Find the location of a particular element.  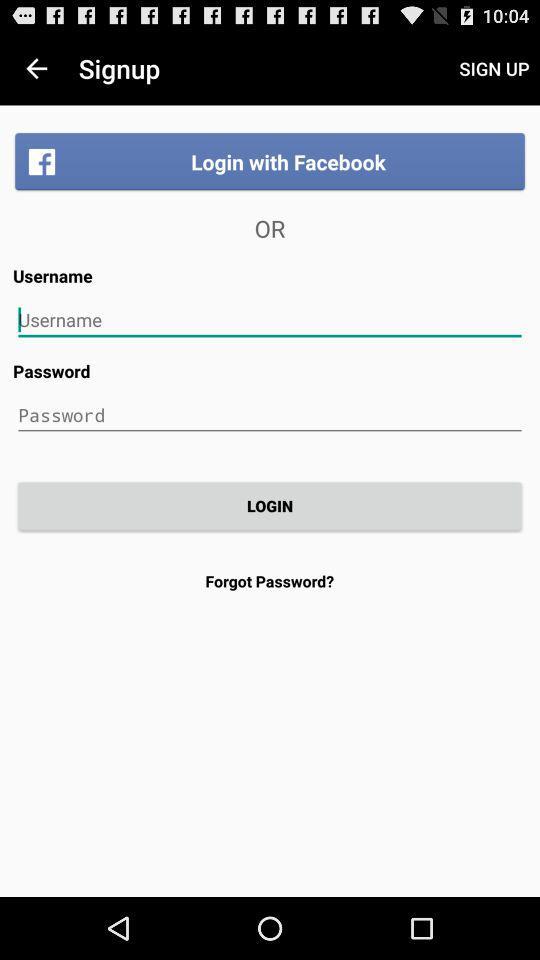

password to login is located at coordinates (270, 414).